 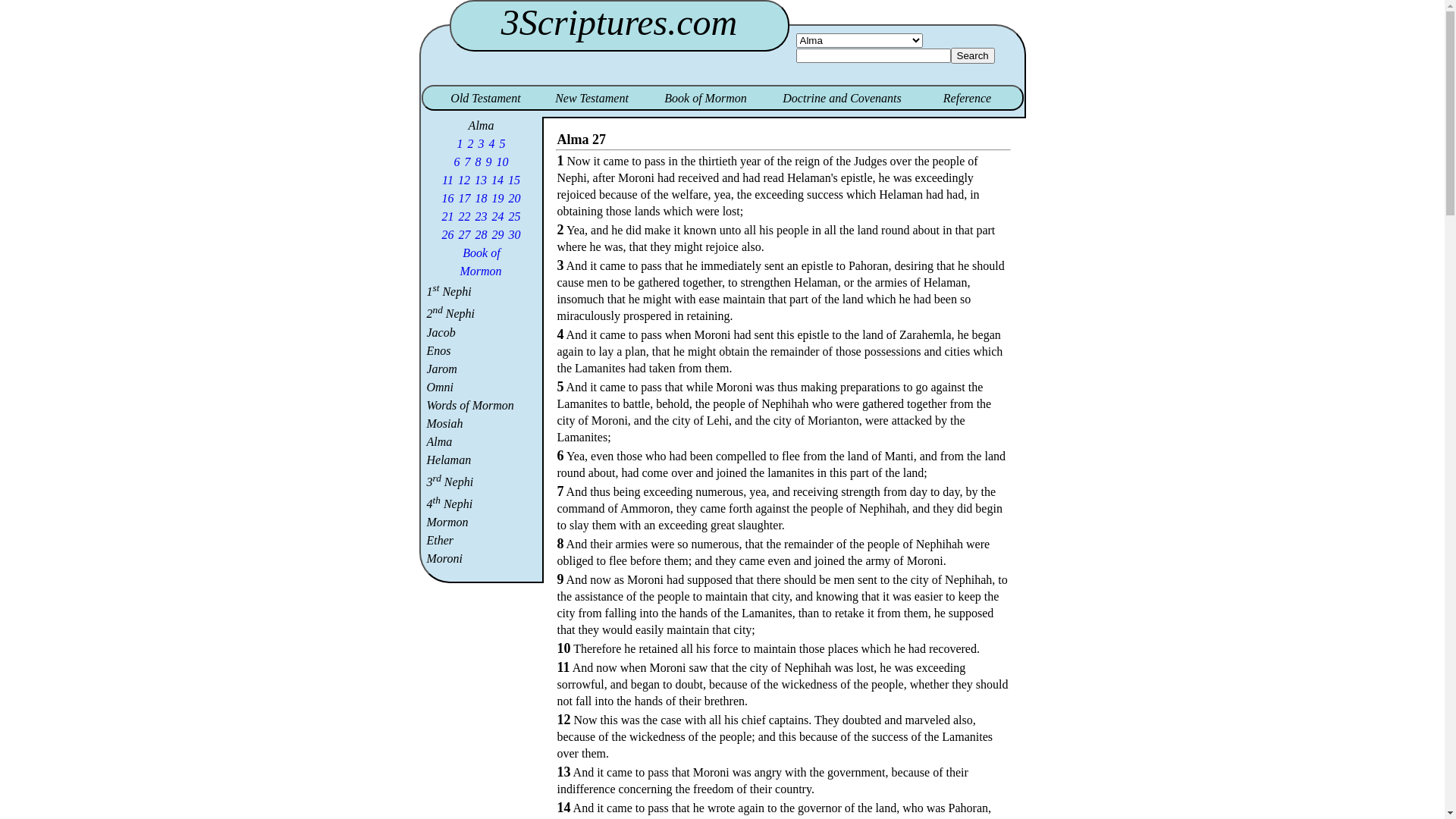 What do you see at coordinates (514, 197) in the screenshot?
I see `'20'` at bounding box center [514, 197].